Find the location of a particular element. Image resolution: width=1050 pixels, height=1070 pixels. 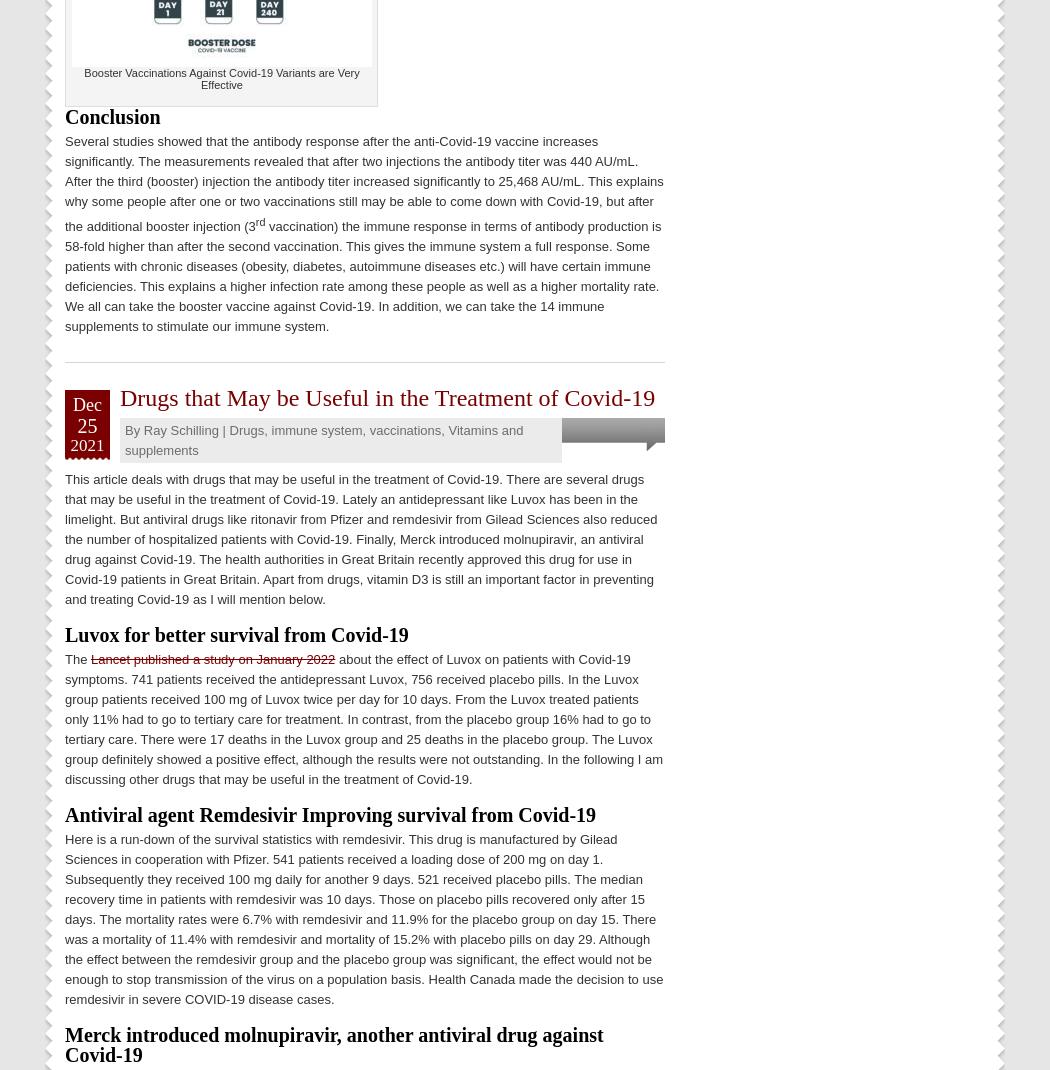

'Vitamins and supplements' is located at coordinates (324, 438).